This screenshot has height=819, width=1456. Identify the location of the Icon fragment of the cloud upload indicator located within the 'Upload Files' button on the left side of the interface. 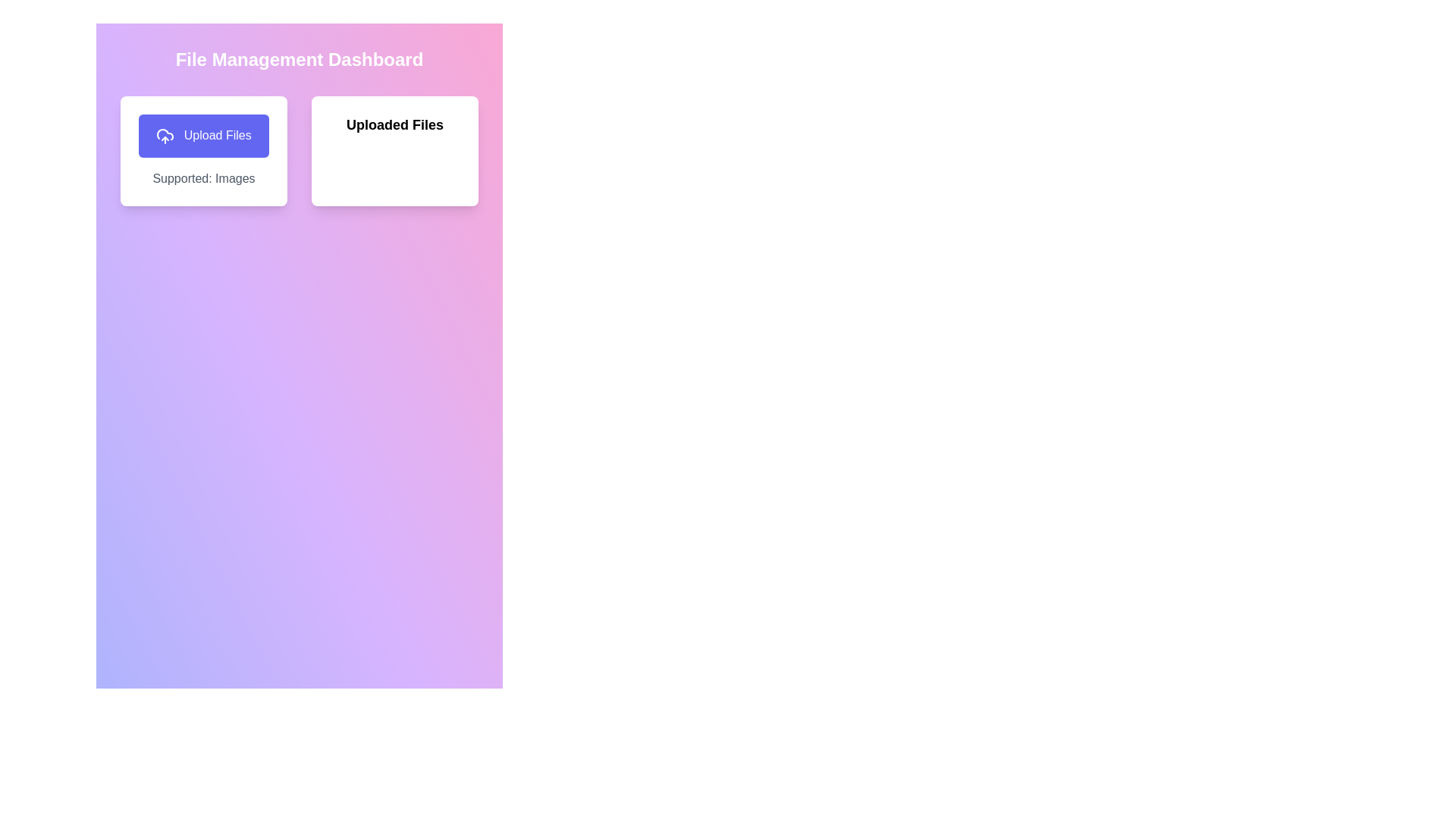
(165, 133).